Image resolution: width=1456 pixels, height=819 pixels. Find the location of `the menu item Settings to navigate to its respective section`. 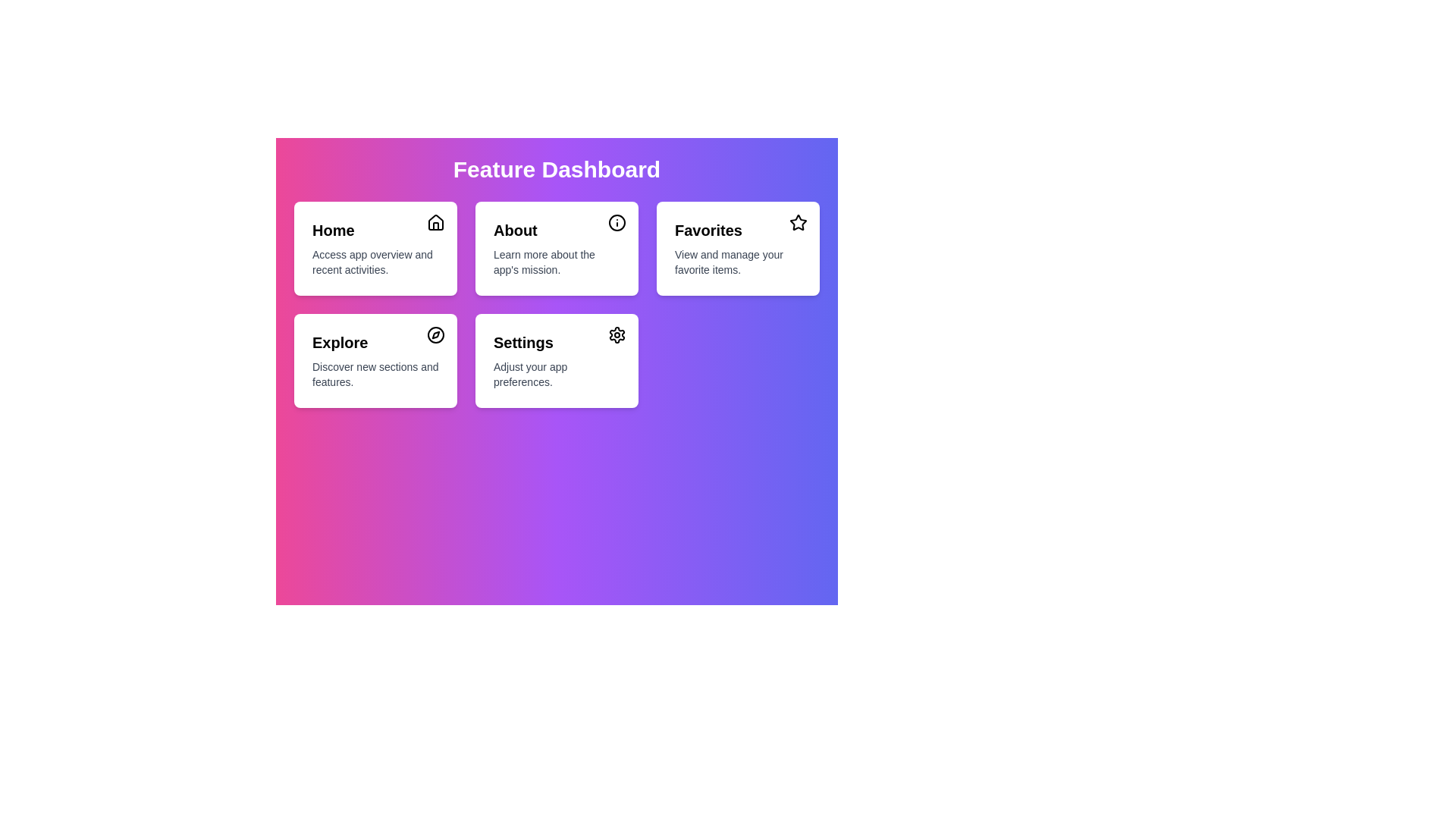

the menu item Settings to navigate to its respective section is located at coordinates (556, 360).